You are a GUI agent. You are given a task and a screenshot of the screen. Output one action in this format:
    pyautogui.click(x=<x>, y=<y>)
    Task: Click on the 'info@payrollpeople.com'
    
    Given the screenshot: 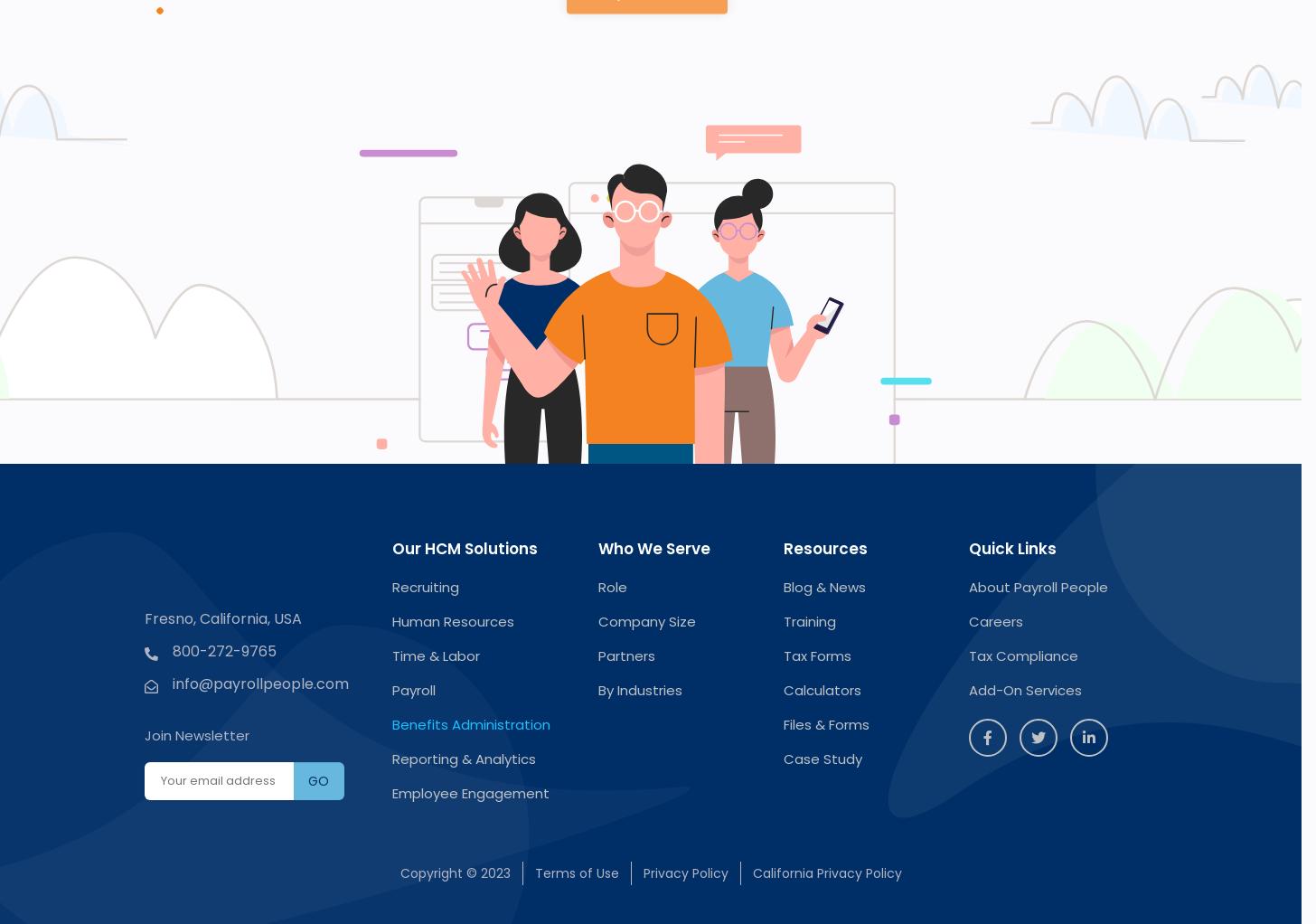 What is the action you would take?
    pyautogui.click(x=172, y=682)
    